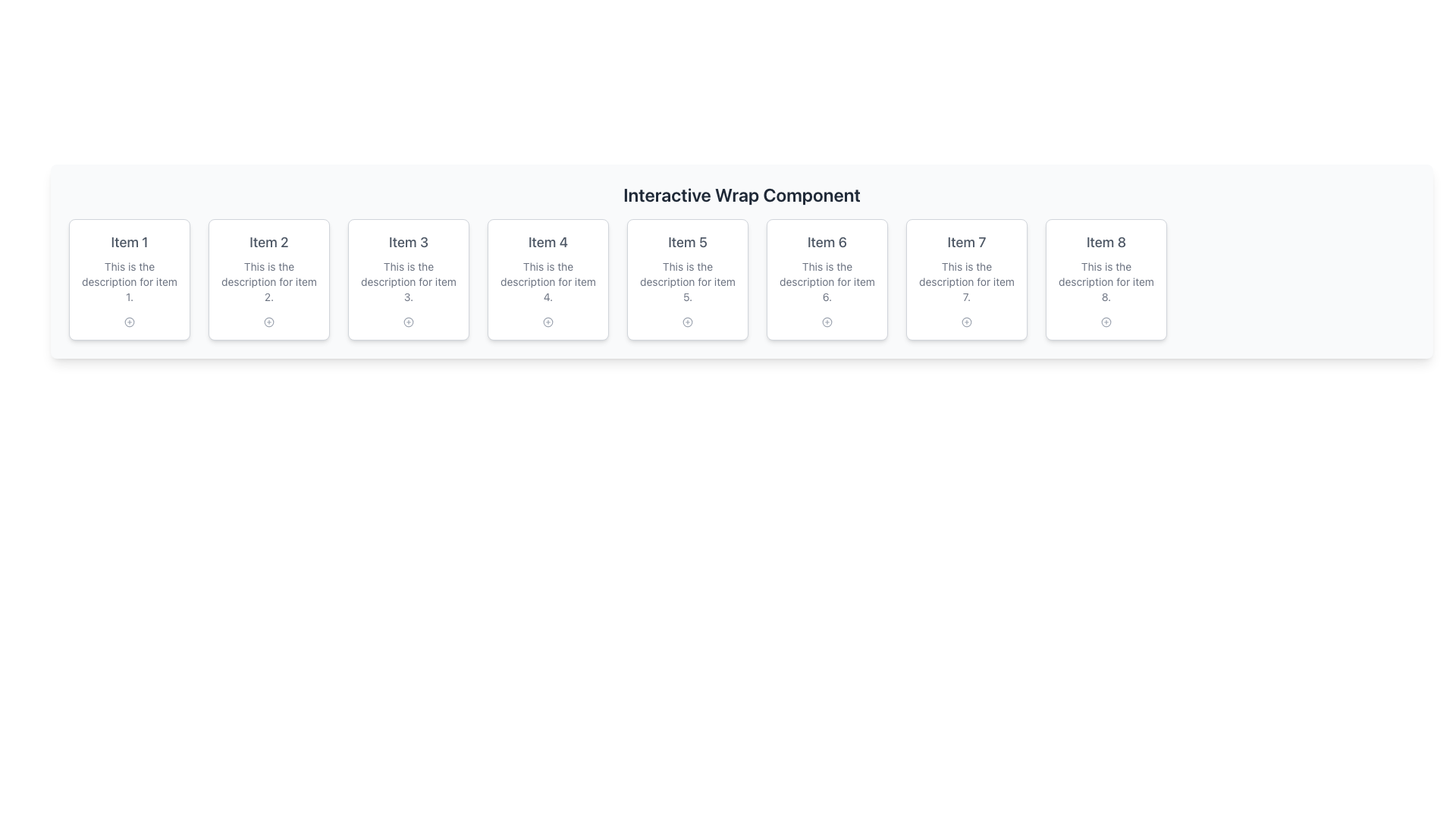 This screenshot has height=819, width=1456. What do you see at coordinates (687, 242) in the screenshot?
I see `text label that displays the title or name of the content in the card labeled 'Item 5', positioned centrally at the top of the card` at bounding box center [687, 242].